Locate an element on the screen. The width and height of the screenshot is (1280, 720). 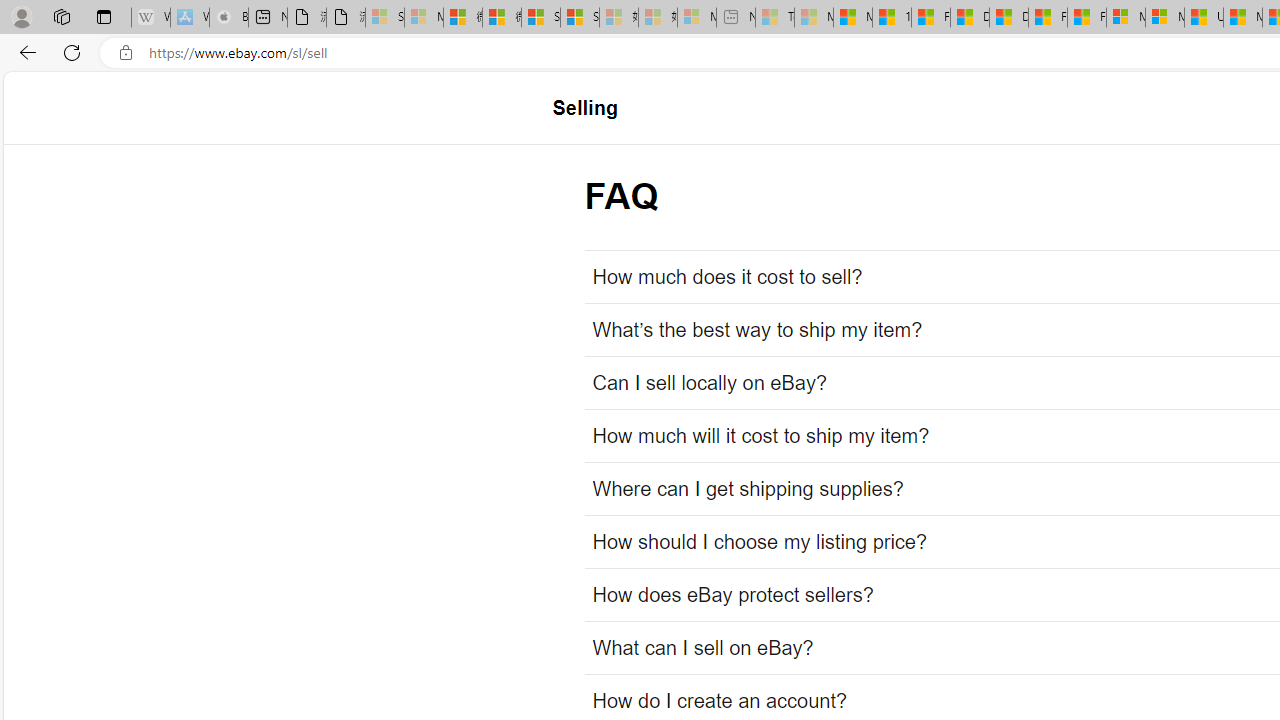
'US Heat Deaths Soared To Record High Last Year' is located at coordinates (1202, 17).